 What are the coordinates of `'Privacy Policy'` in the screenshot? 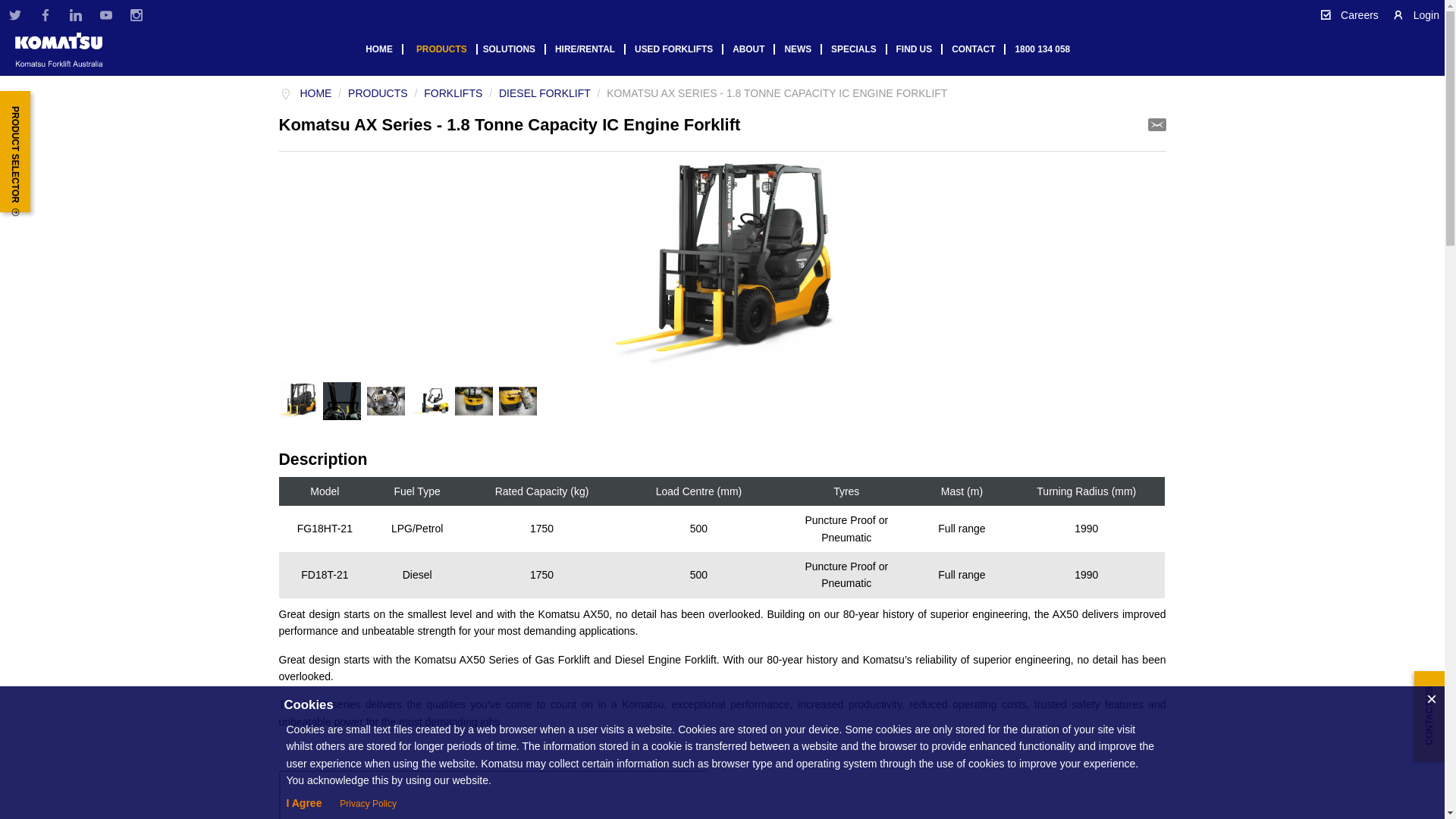 It's located at (368, 803).